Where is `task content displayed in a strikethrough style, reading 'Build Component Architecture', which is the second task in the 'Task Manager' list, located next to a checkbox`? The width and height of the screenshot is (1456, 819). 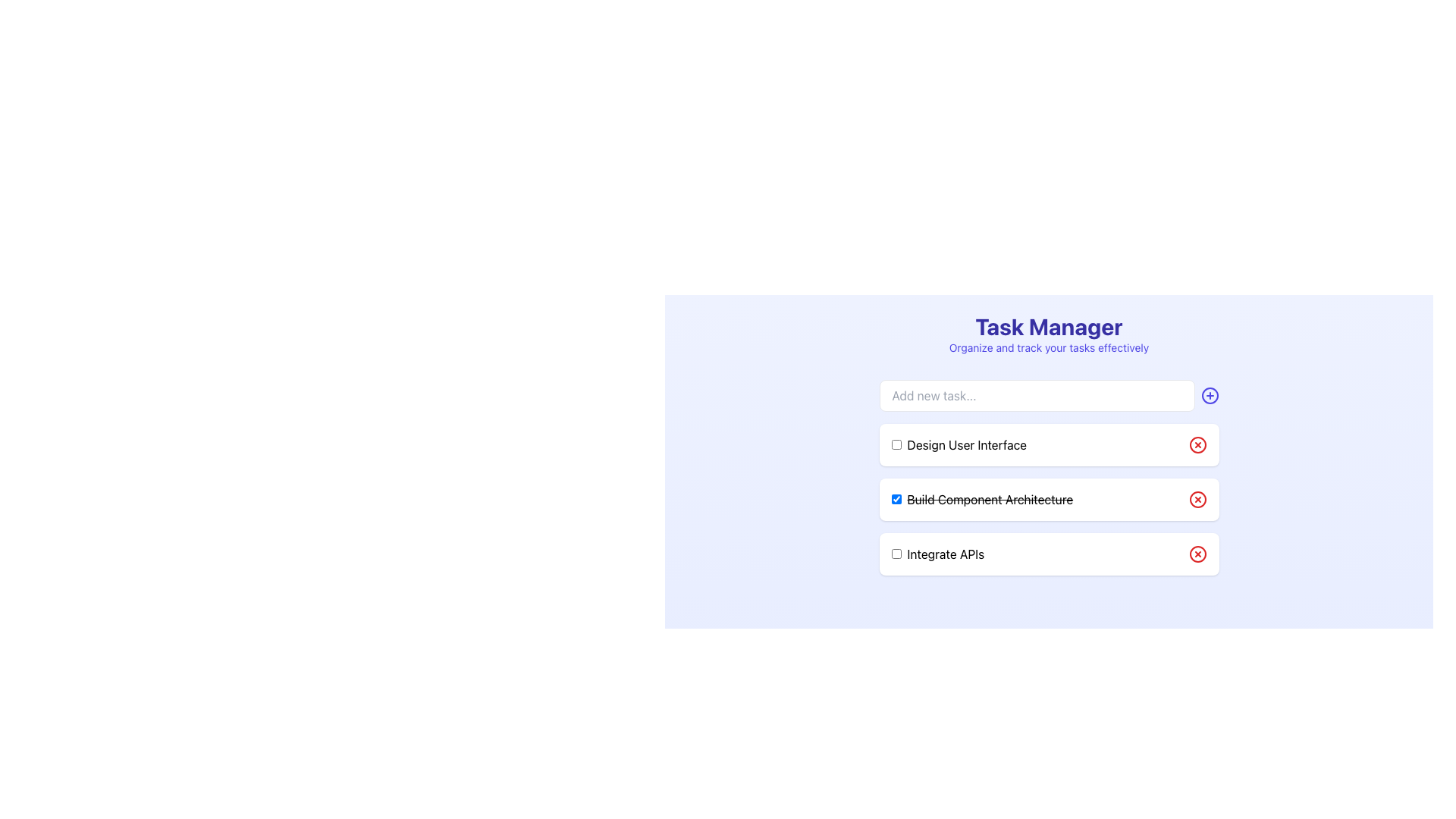 task content displayed in a strikethrough style, reading 'Build Component Architecture', which is the second task in the 'Task Manager' list, located next to a checkbox is located at coordinates (990, 500).